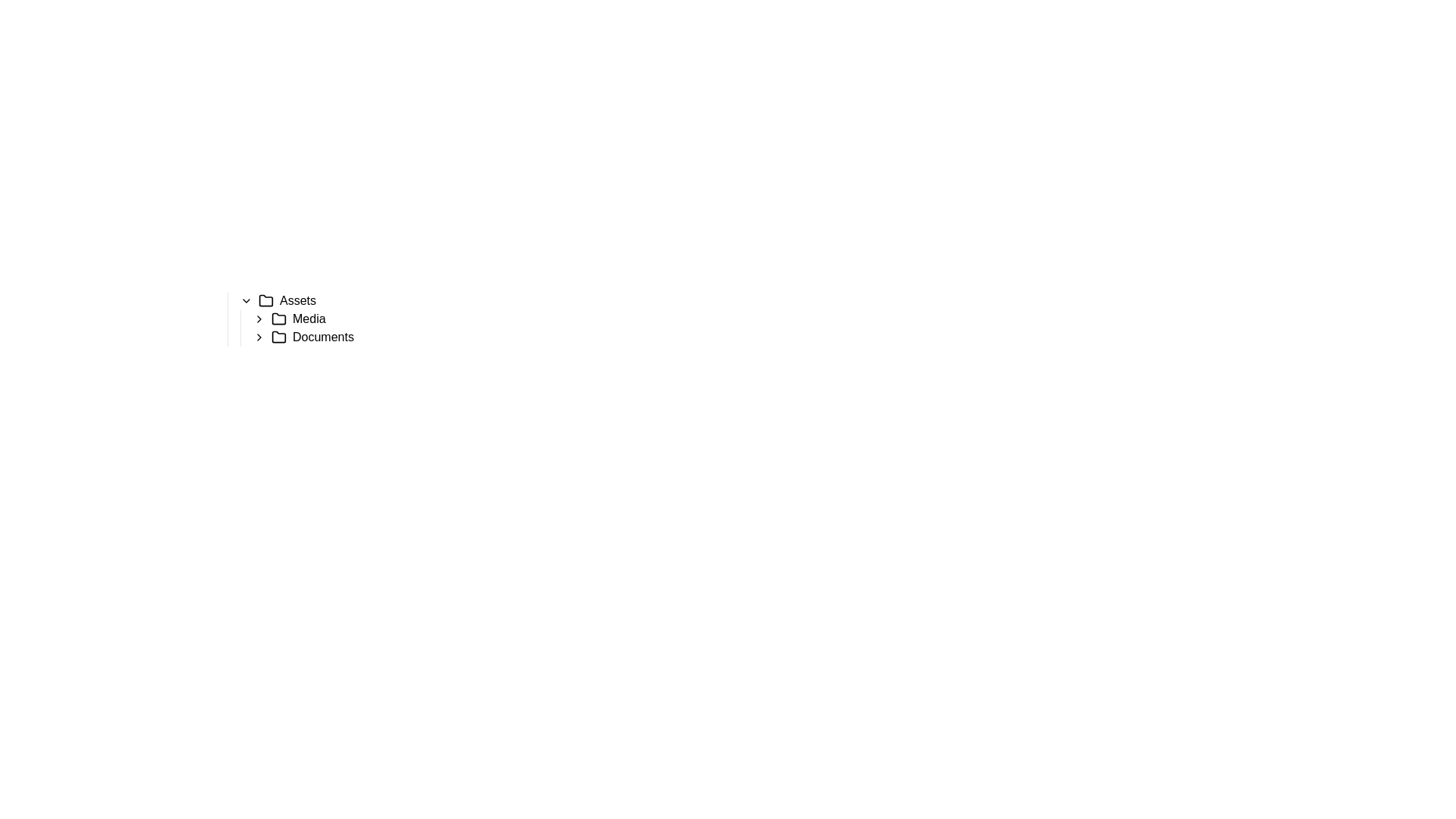 This screenshot has width=1456, height=819. Describe the element at coordinates (259, 318) in the screenshot. I see `the rightward chevron-shaped icon next to the 'Media' label` at that location.